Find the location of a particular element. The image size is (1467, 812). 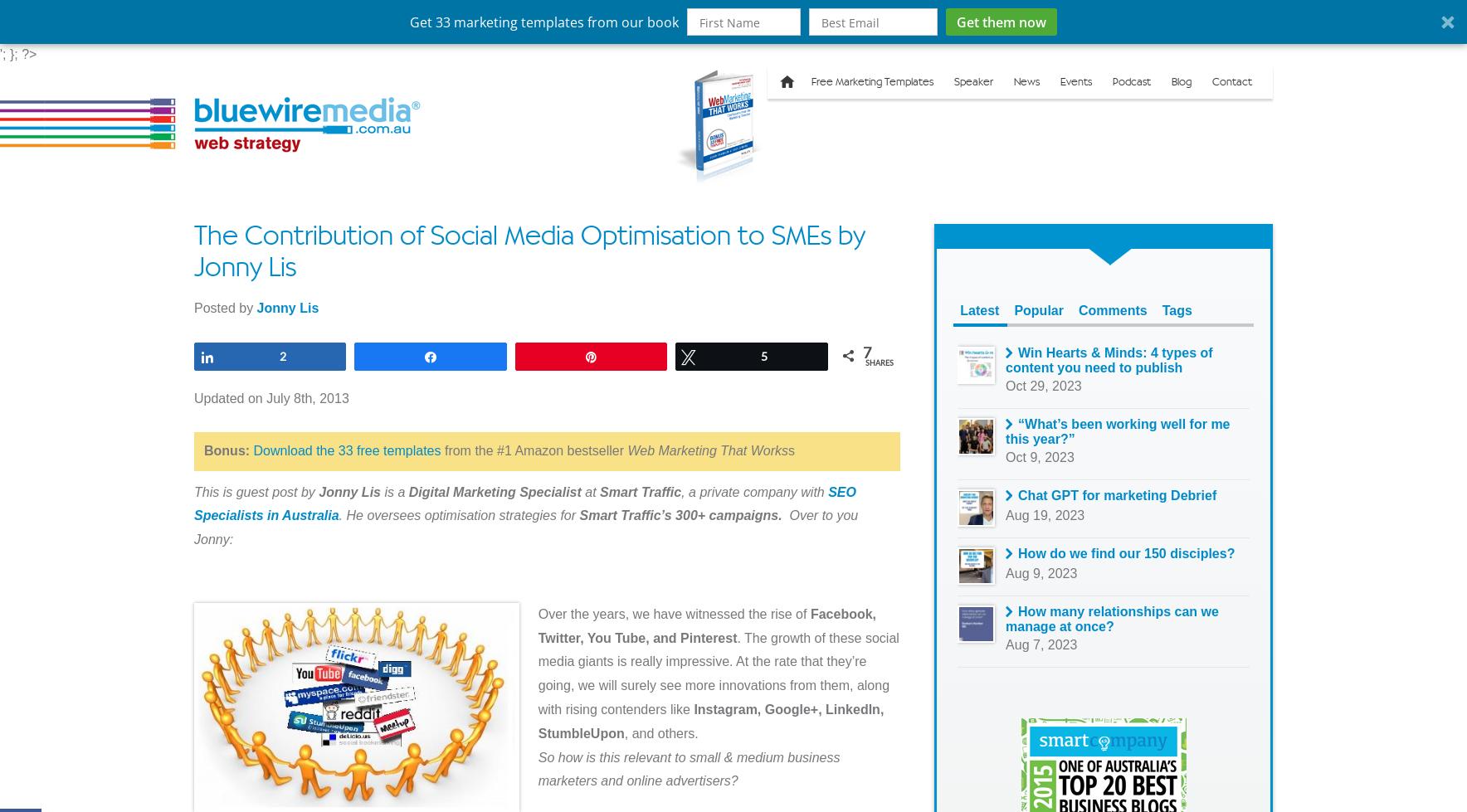

'Chat GPT for marketing Debrief' is located at coordinates (1116, 494).